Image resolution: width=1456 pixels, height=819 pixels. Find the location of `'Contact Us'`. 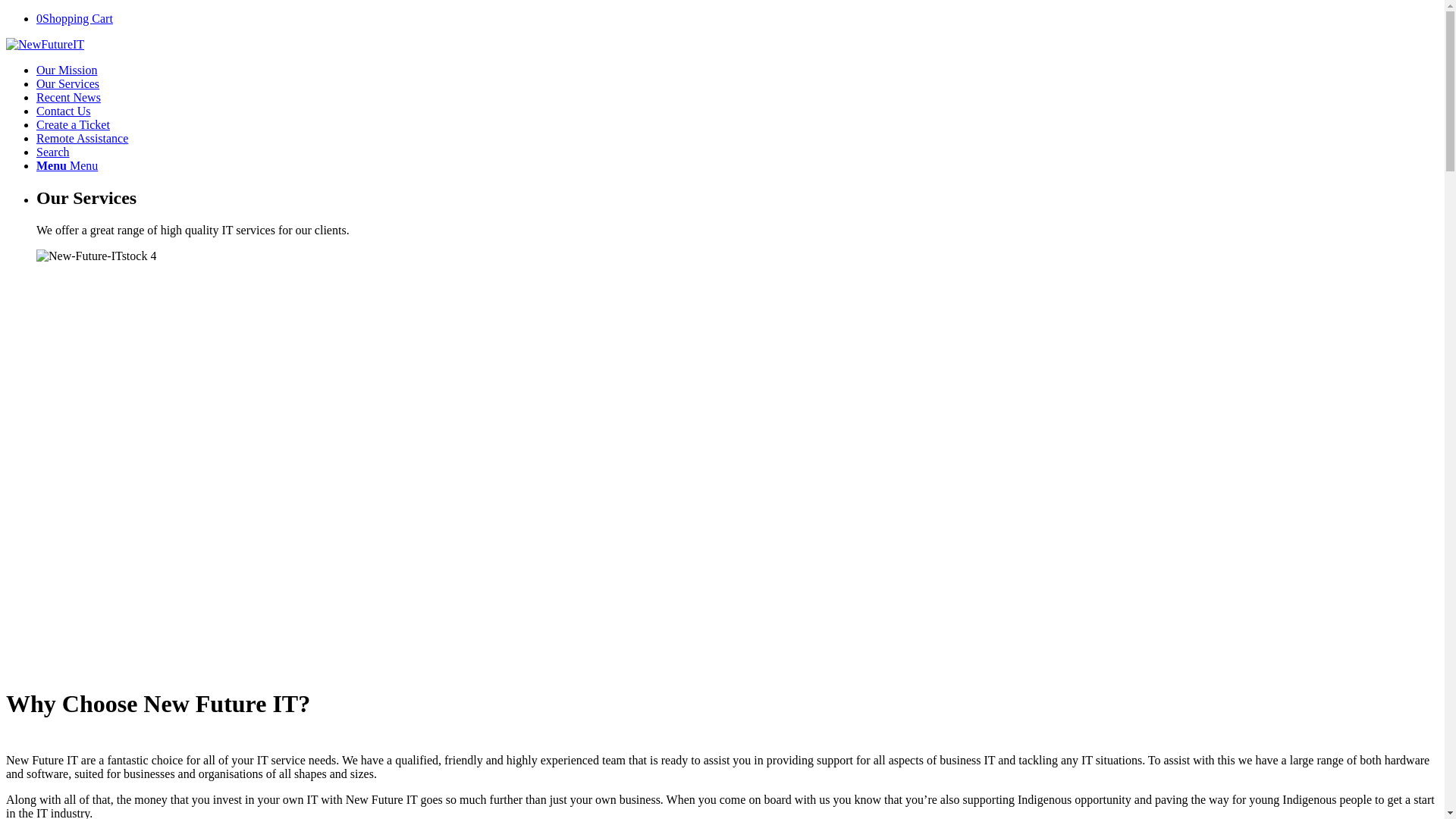

'Contact Us' is located at coordinates (62, 110).